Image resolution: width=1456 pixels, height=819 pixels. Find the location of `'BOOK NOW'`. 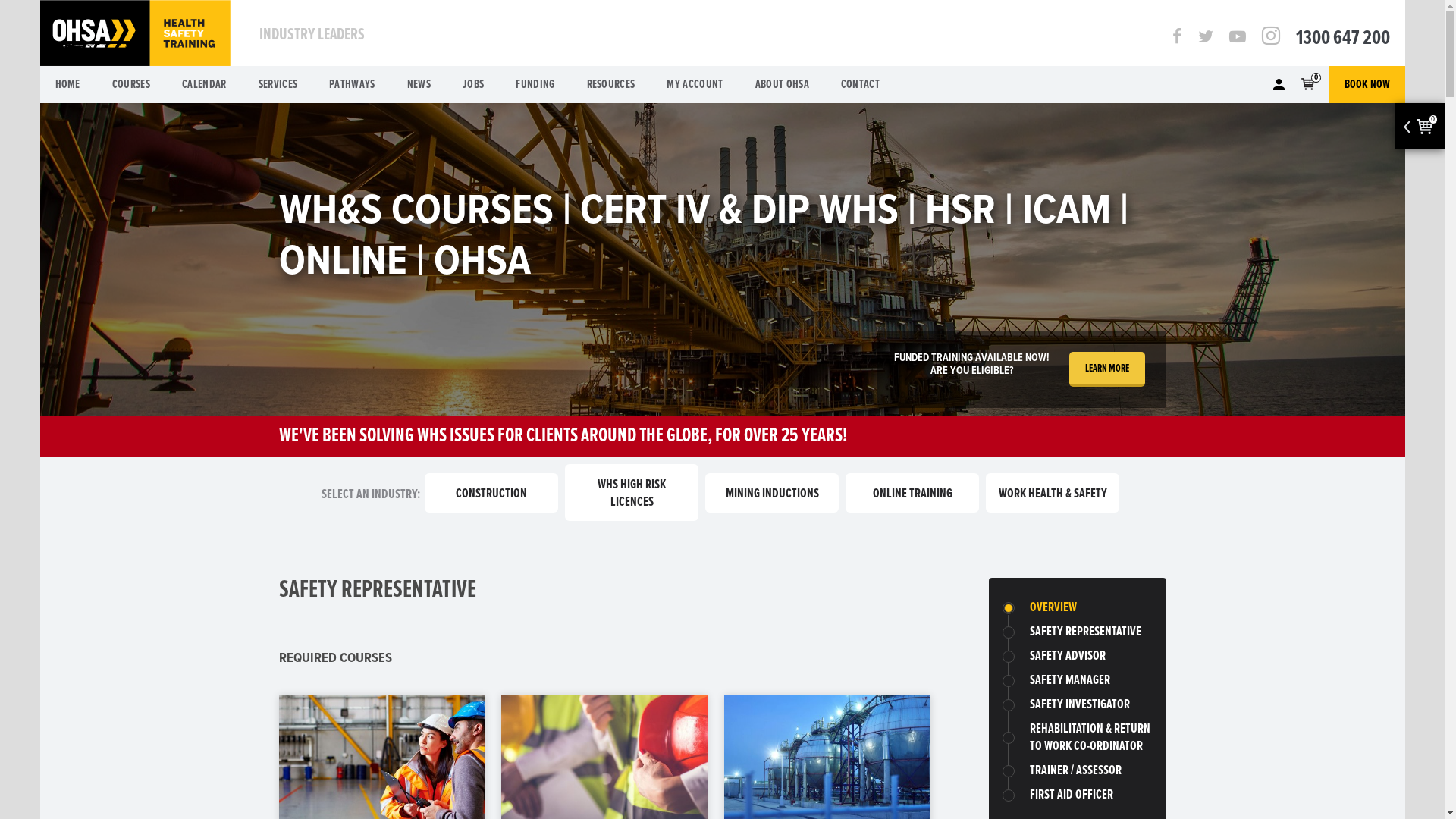

'BOOK NOW' is located at coordinates (1366, 84).